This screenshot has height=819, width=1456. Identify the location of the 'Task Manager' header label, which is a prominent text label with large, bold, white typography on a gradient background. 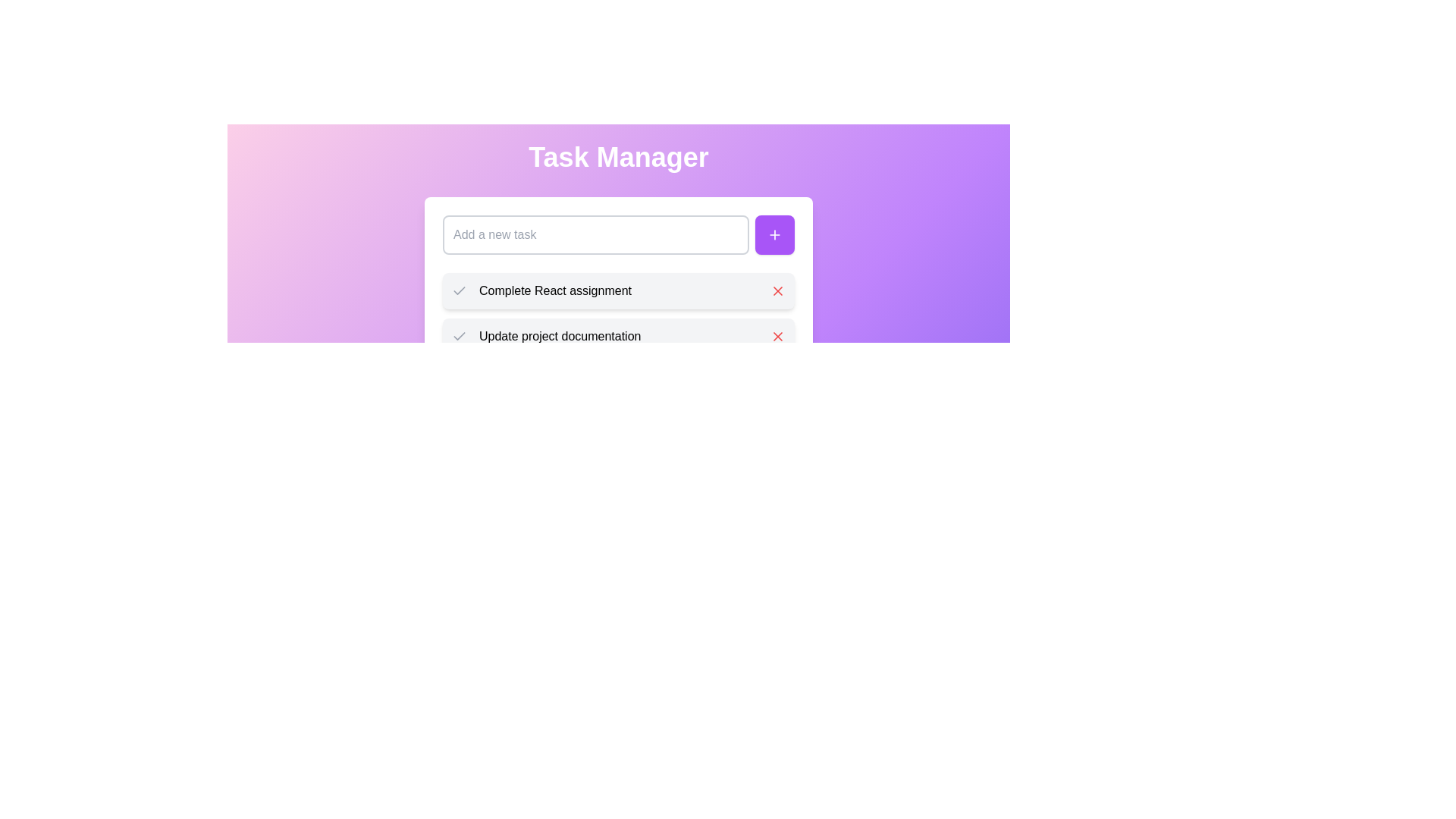
(619, 158).